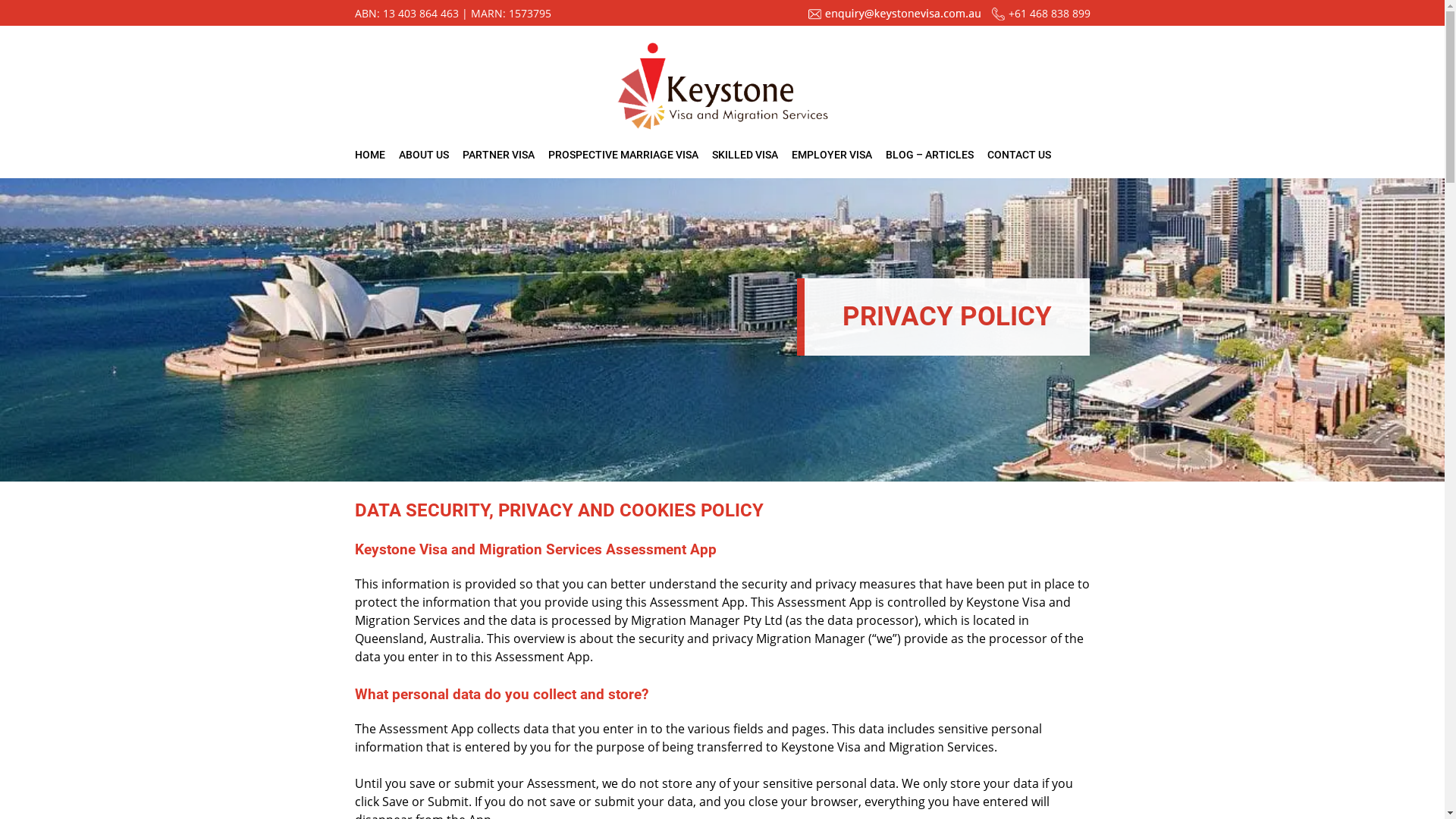 The width and height of the screenshot is (1456, 819). What do you see at coordinates (1048, 13) in the screenshot?
I see `'+61 468 838 899'` at bounding box center [1048, 13].